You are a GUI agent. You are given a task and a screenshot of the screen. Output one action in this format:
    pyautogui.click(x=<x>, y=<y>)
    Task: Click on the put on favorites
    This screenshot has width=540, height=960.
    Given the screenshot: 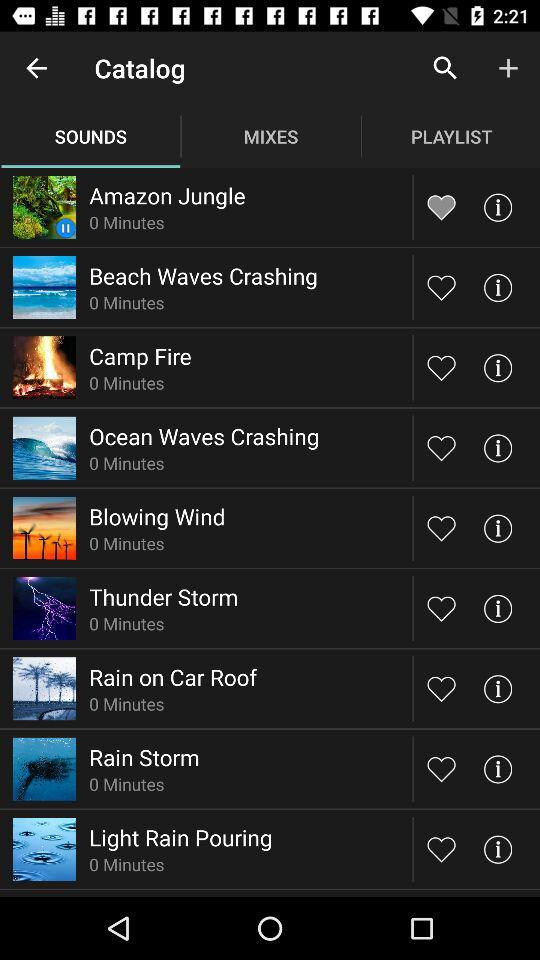 What is the action you would take?
    pyautogui.click(x=441, y=607)
    